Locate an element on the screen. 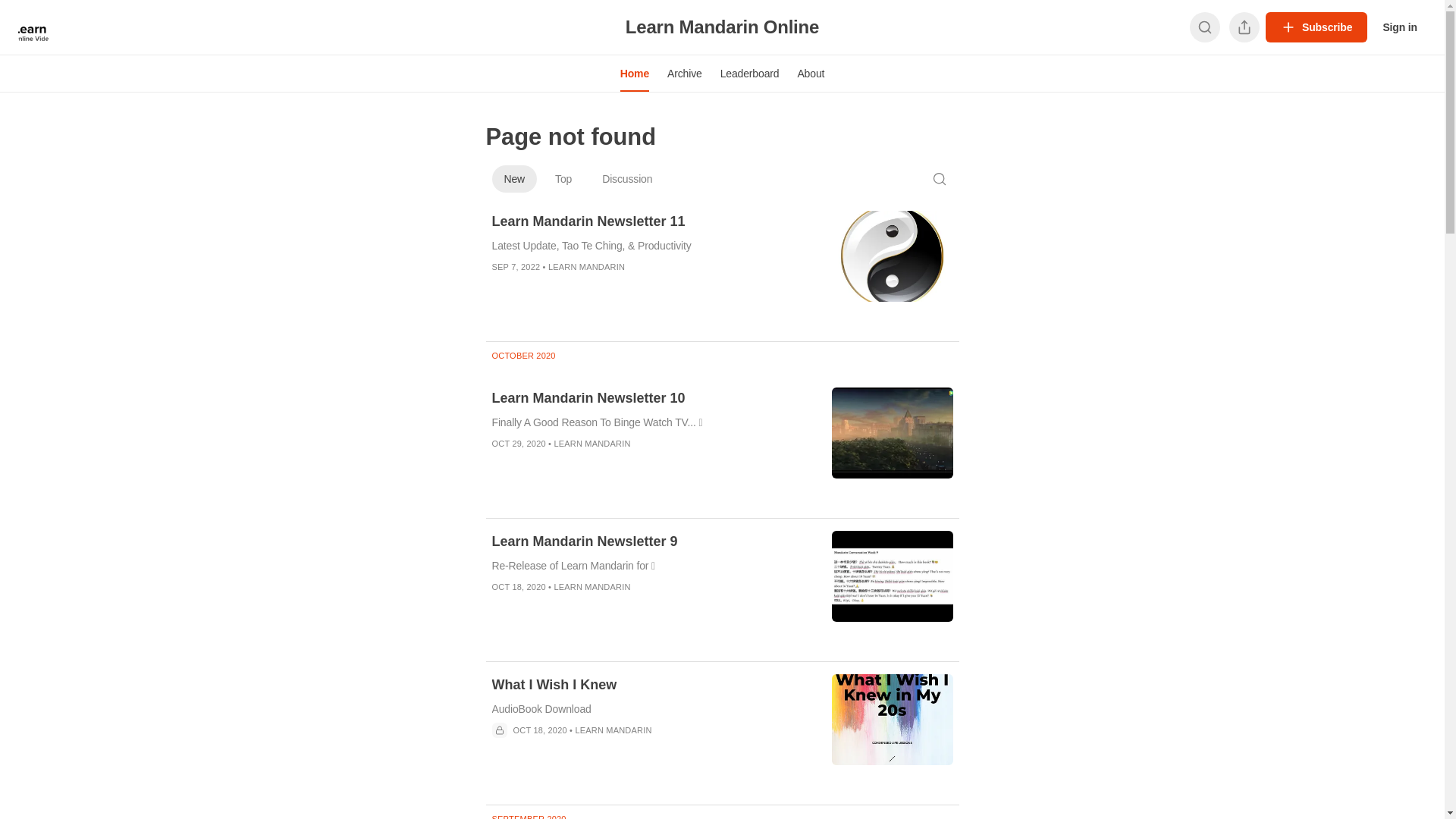 This screenshot has width=1456, height=819. 'AudioBook Download' is located at coordinates (651, 708).